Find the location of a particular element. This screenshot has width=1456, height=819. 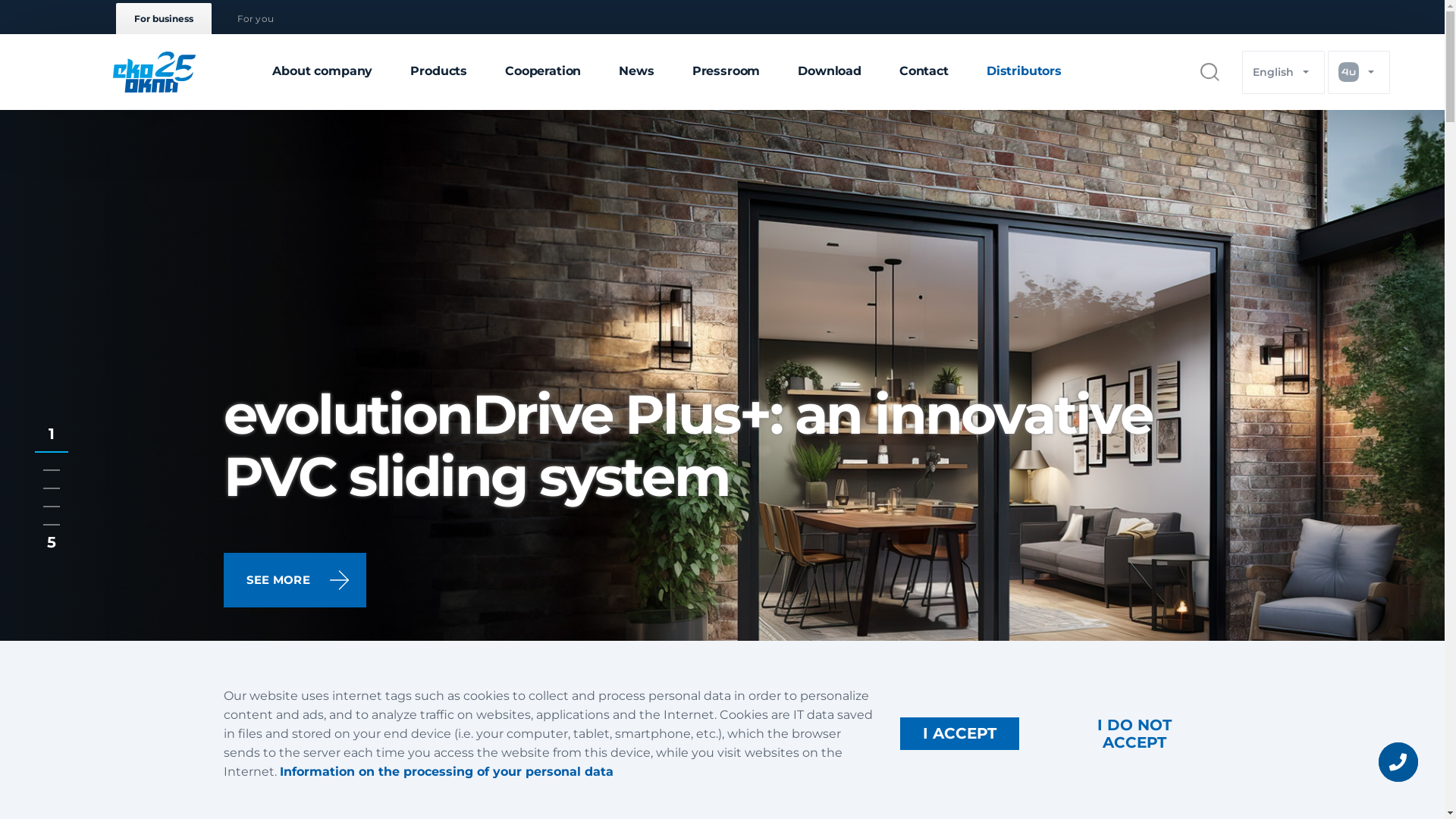

'Contact' is located at coordinates (923, 72).